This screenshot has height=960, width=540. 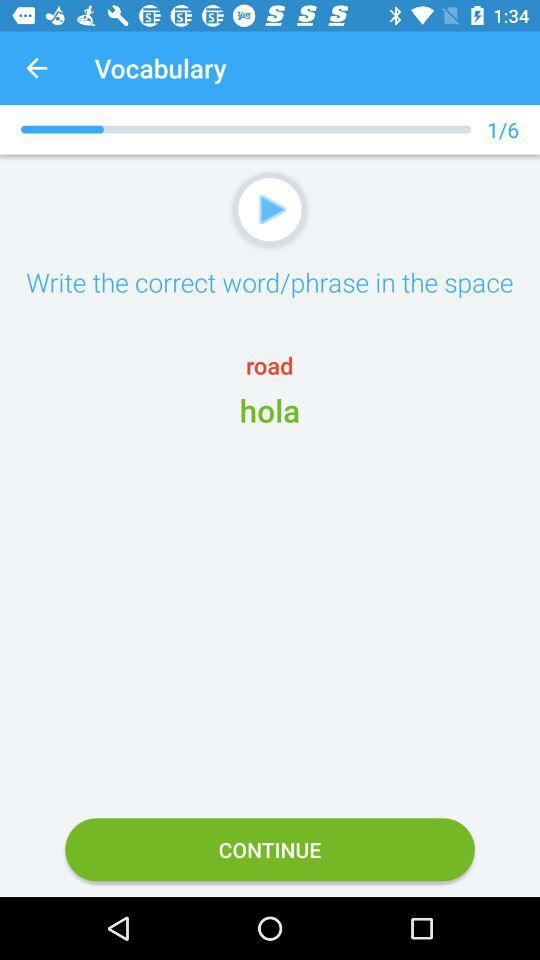 I want to click on continue, so click(x=270, y=848).